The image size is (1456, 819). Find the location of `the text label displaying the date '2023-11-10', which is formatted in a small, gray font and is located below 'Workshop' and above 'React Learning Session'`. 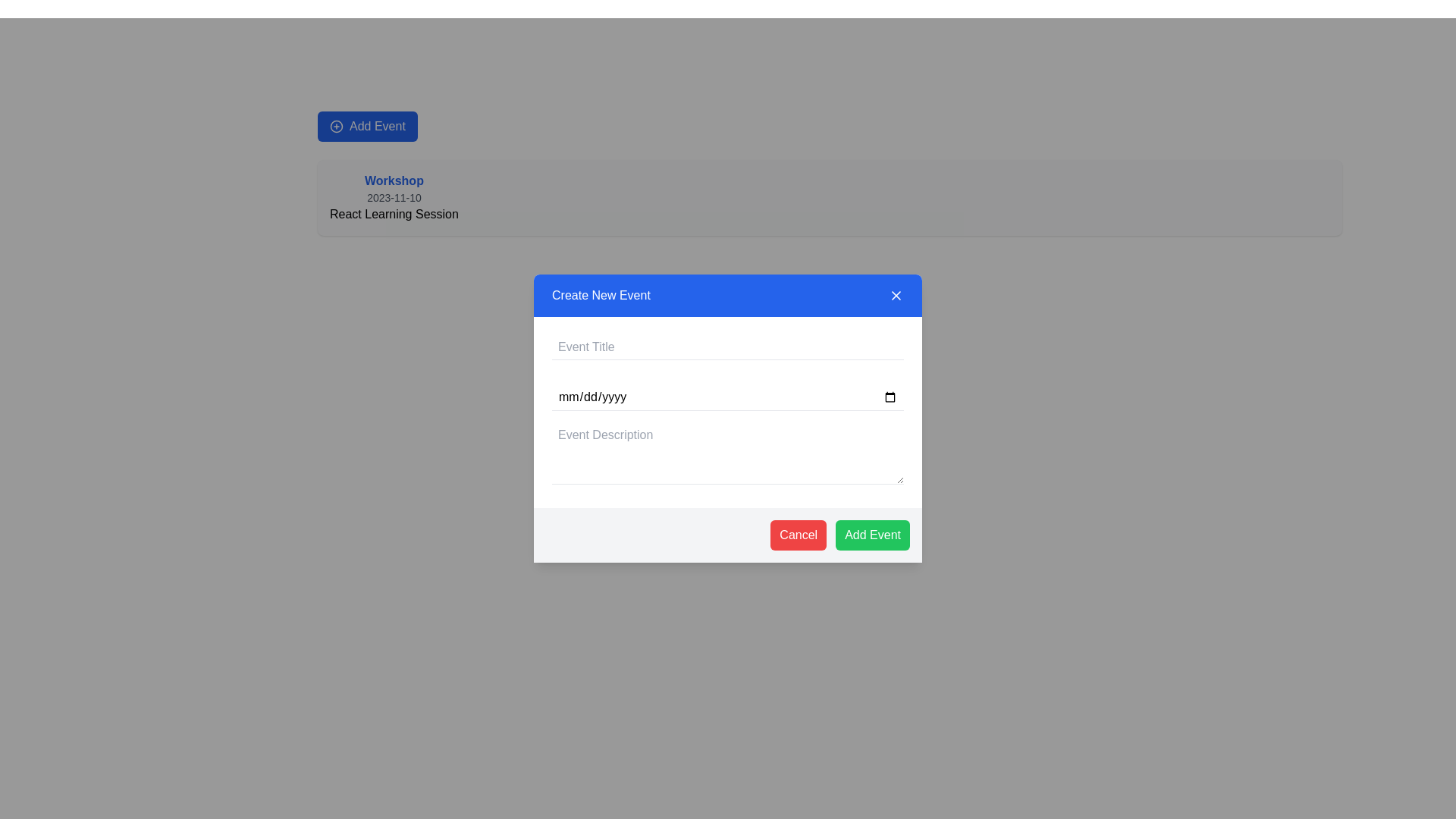

the text label displaying the date '2023-11-10', which is formatted in a small, gray font and is located below 'Workshop' and above 'React Learning Session' is located at coordinates (394, 197).